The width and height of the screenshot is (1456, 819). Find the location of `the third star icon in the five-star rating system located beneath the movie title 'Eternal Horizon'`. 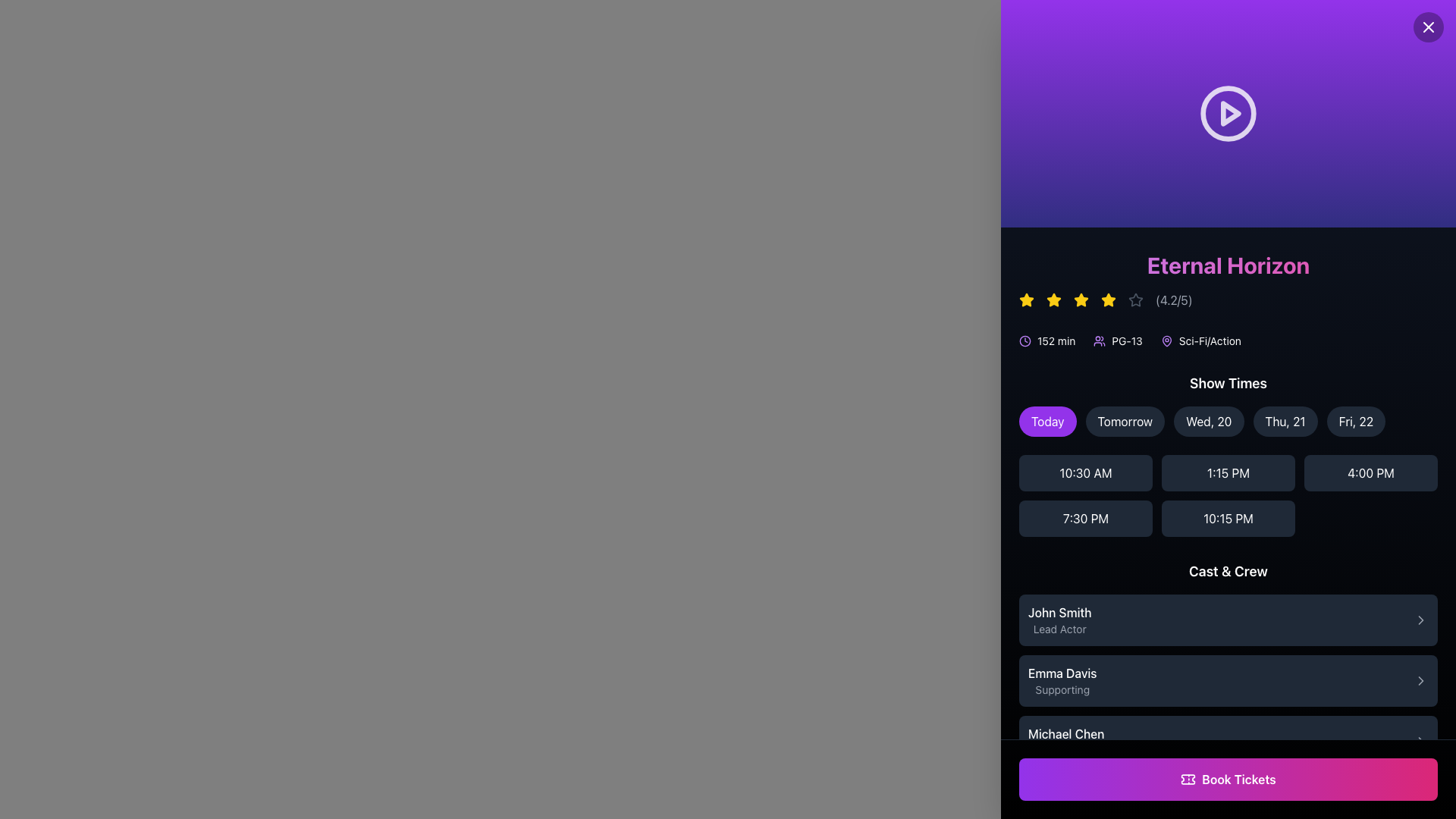

the third star icon in the five-star rating system located beneath the movie title 'Eternal Horizon' is located at coordinates (1053, 300).